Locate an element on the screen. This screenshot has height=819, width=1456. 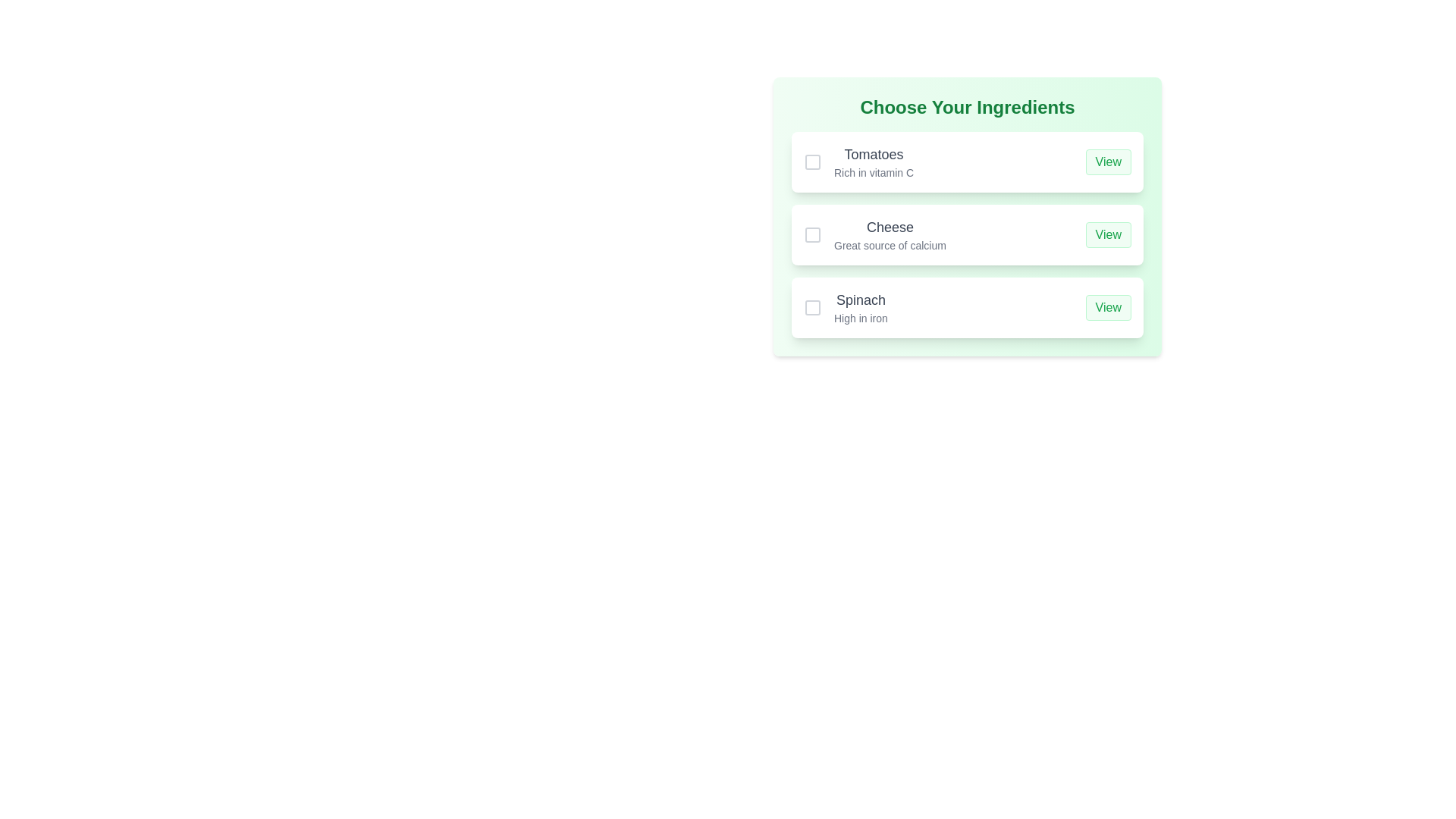
the text label displaying 'Cheese' which is aligned to the right of a checkbox and is in the middle option of the 'Choose Your Ingredients' list is located at coordinates (874, 234).